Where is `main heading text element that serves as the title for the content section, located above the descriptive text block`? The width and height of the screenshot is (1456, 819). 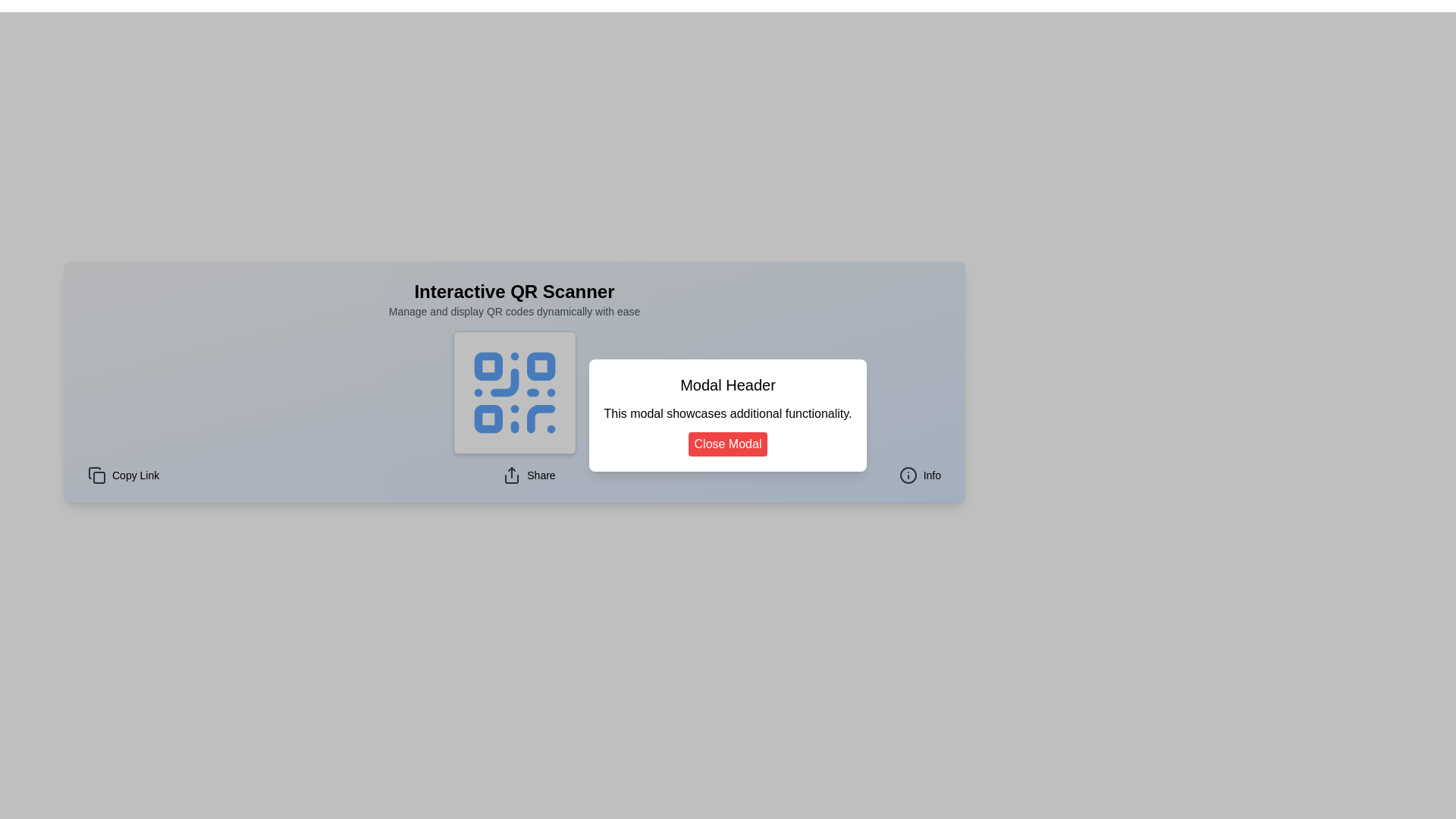
main heading text element that serves as the title for the content section, located above the descriptive text block is located at coordinates (514, 292).